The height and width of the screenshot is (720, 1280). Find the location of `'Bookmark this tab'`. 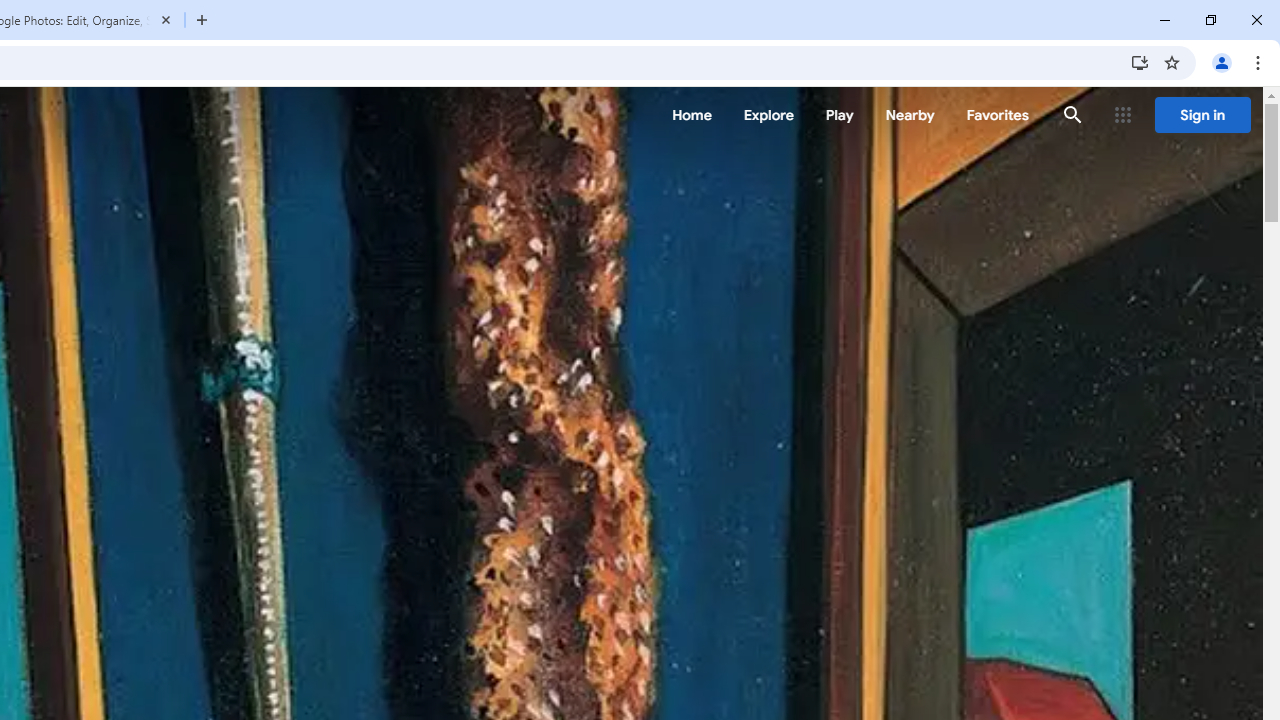

'Bookmark this tab' is located at coordinates (1171, 61).